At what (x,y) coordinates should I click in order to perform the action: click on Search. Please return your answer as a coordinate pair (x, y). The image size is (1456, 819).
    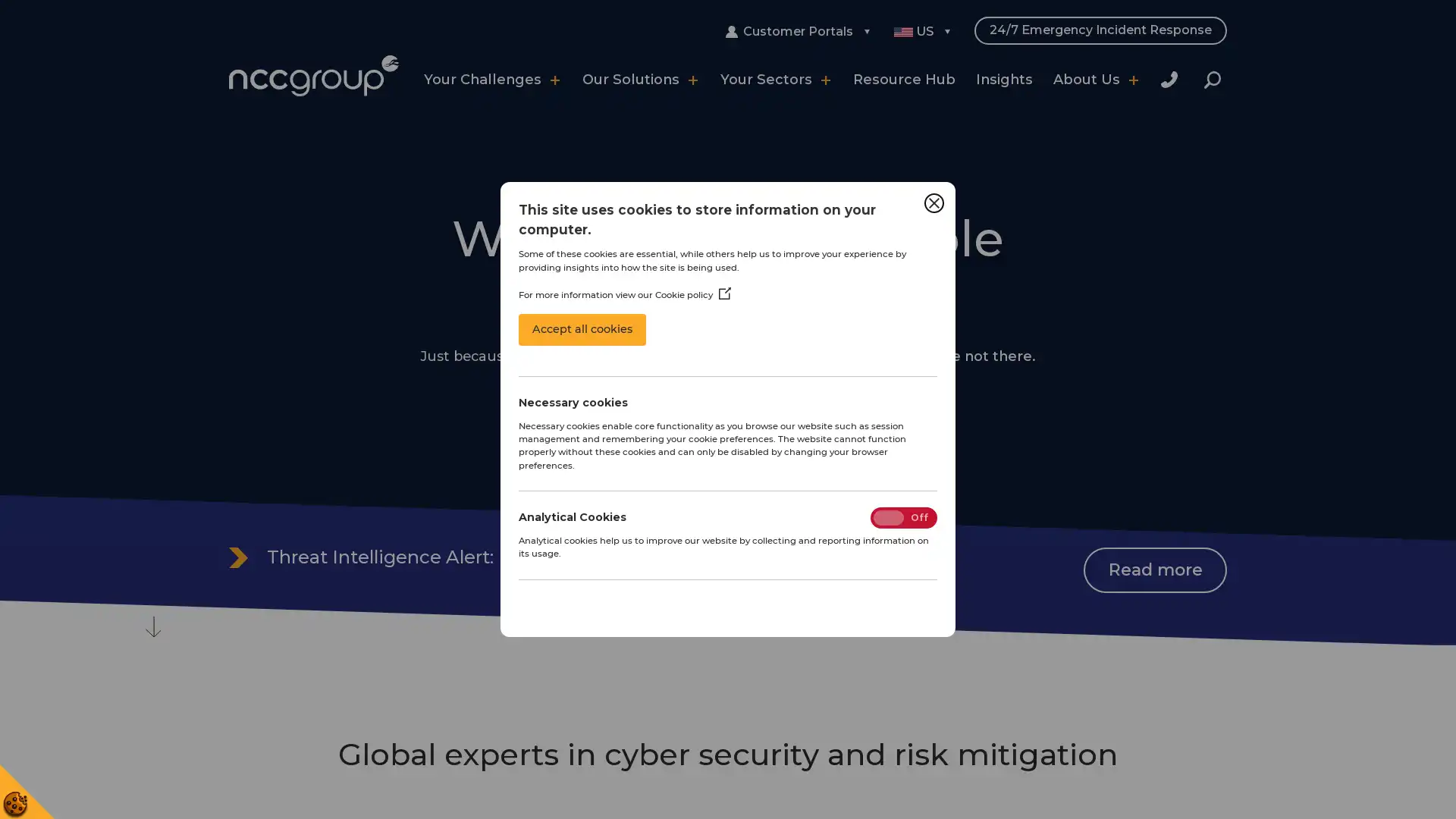
    Looking at the image, I should click on (1167, 189).